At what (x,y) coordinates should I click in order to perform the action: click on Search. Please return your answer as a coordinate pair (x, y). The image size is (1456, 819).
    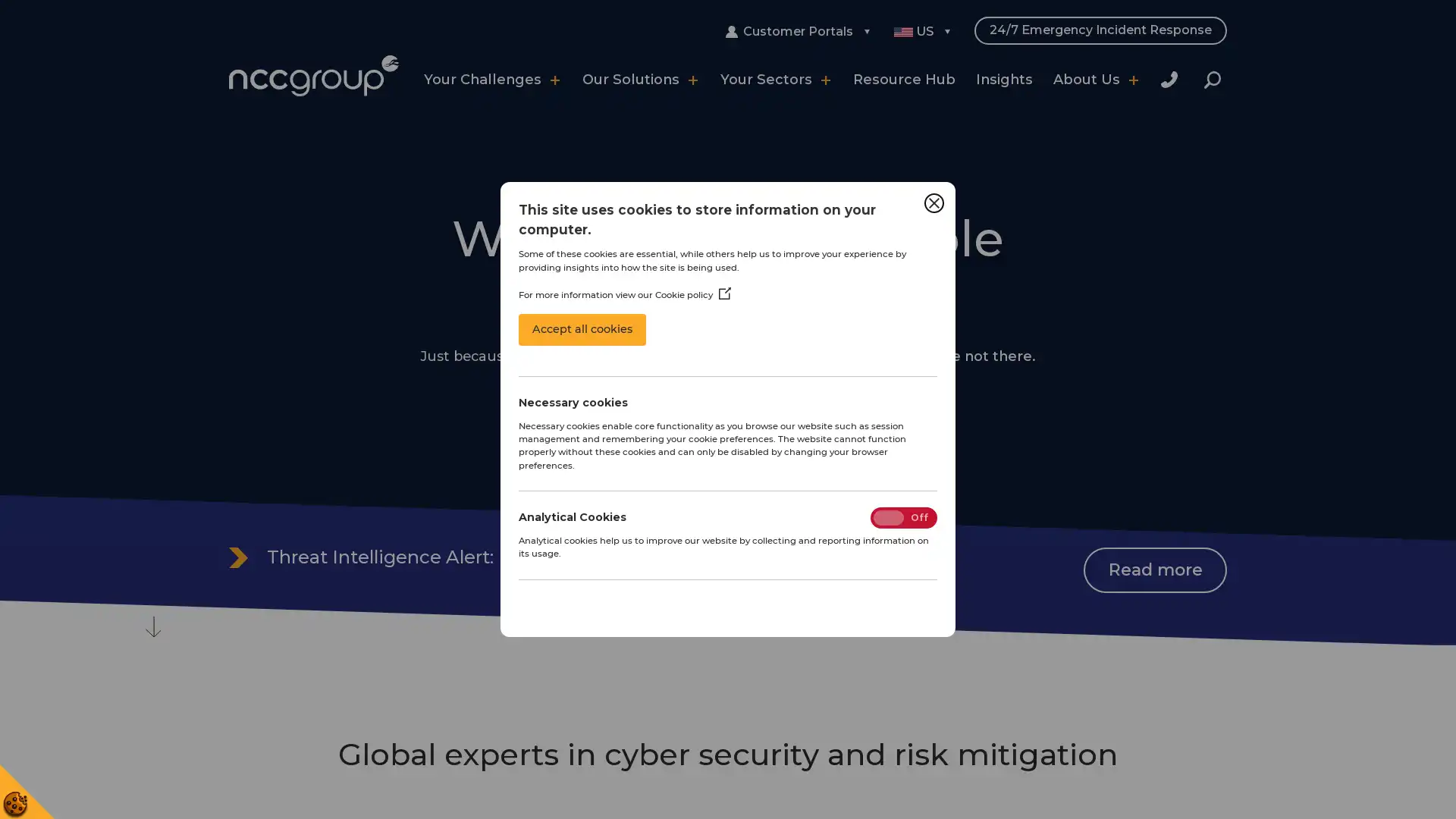
    Looking at the image, I should click on (1167, 189).